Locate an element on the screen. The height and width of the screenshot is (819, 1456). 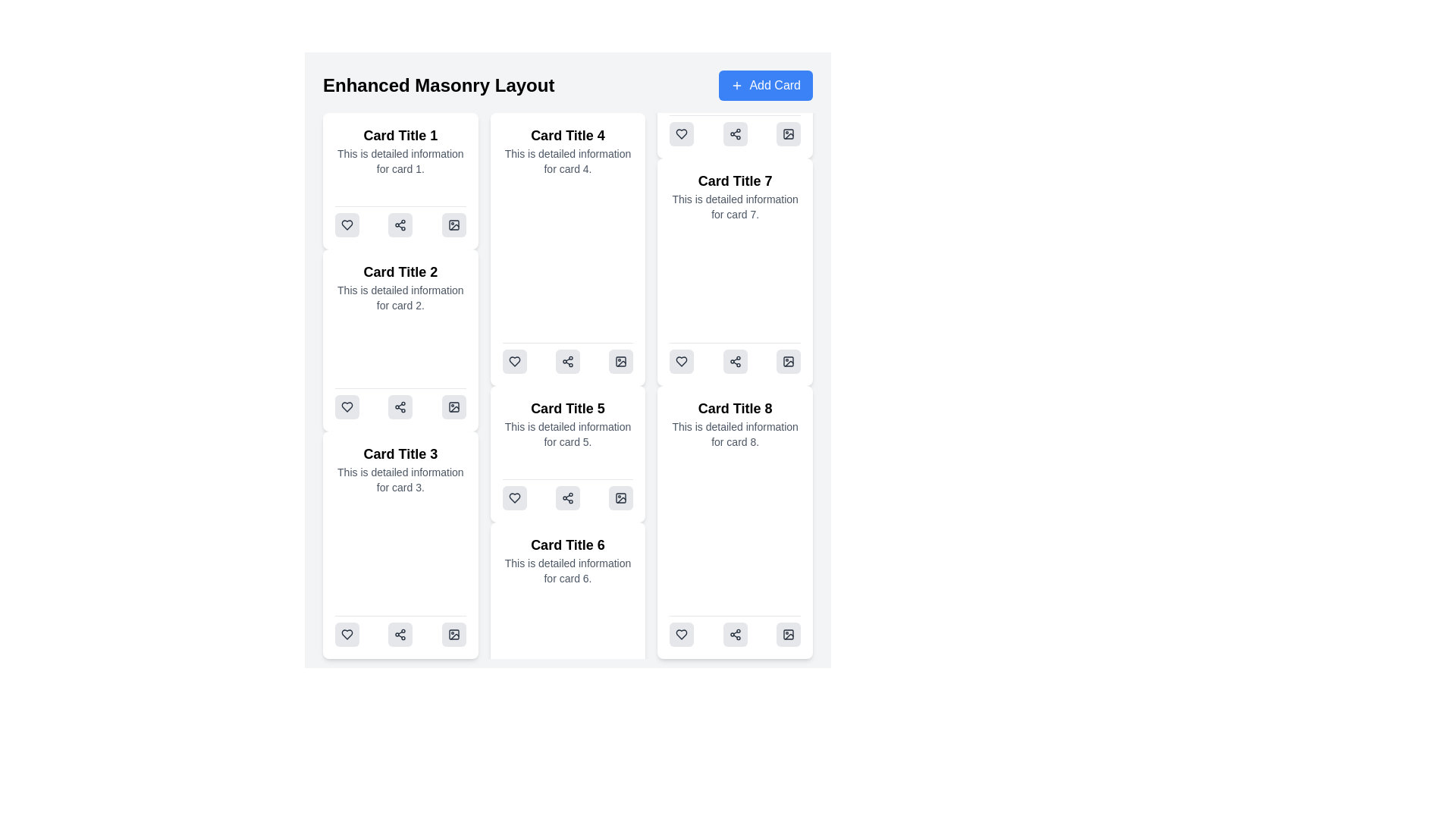
the heart-shaped icon with a hollow outline located within 'Card Title 5' to like or favorite the card is located at coordinates (681, 362).